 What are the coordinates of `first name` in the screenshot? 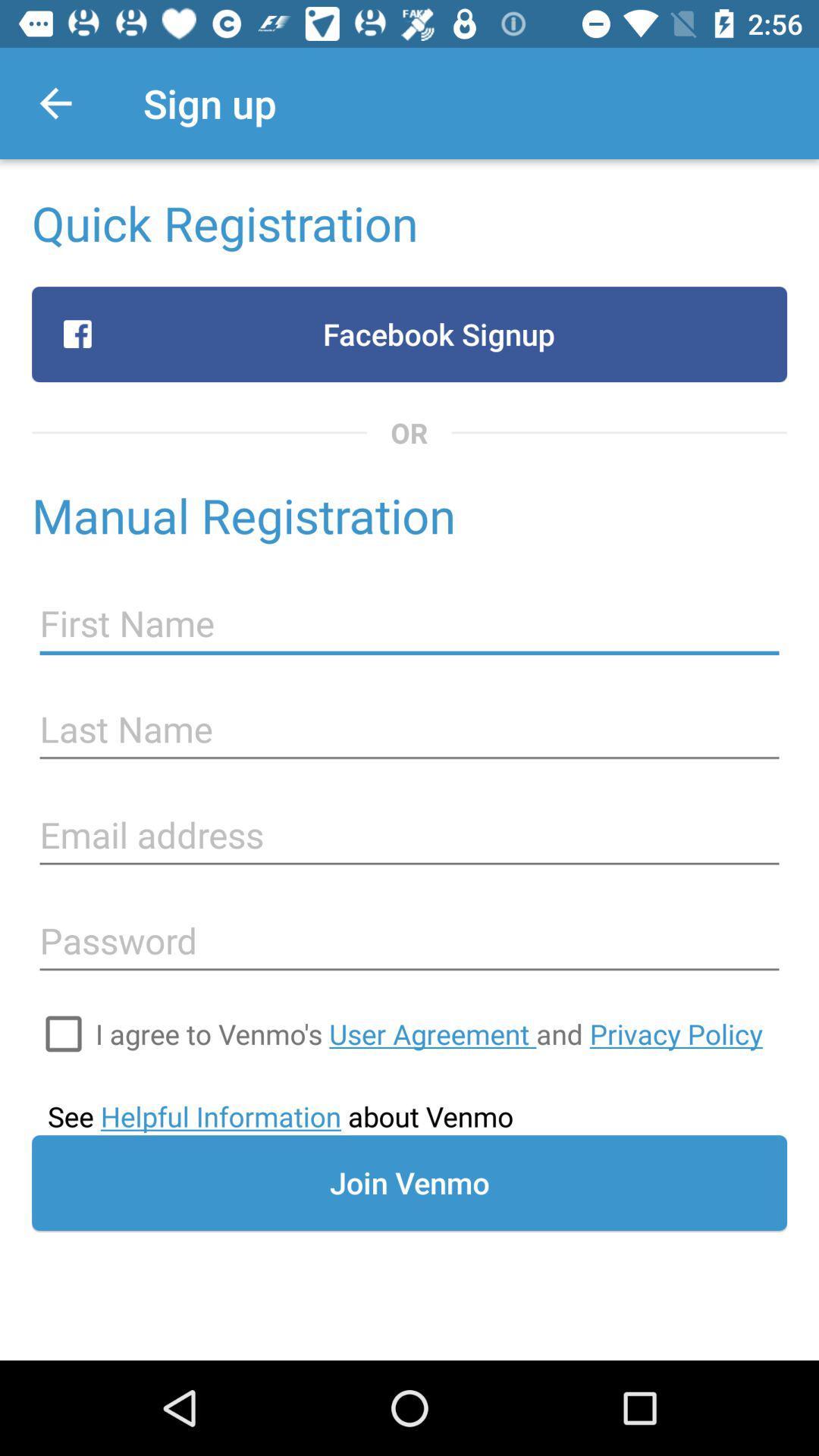 It's located at (409, 623).